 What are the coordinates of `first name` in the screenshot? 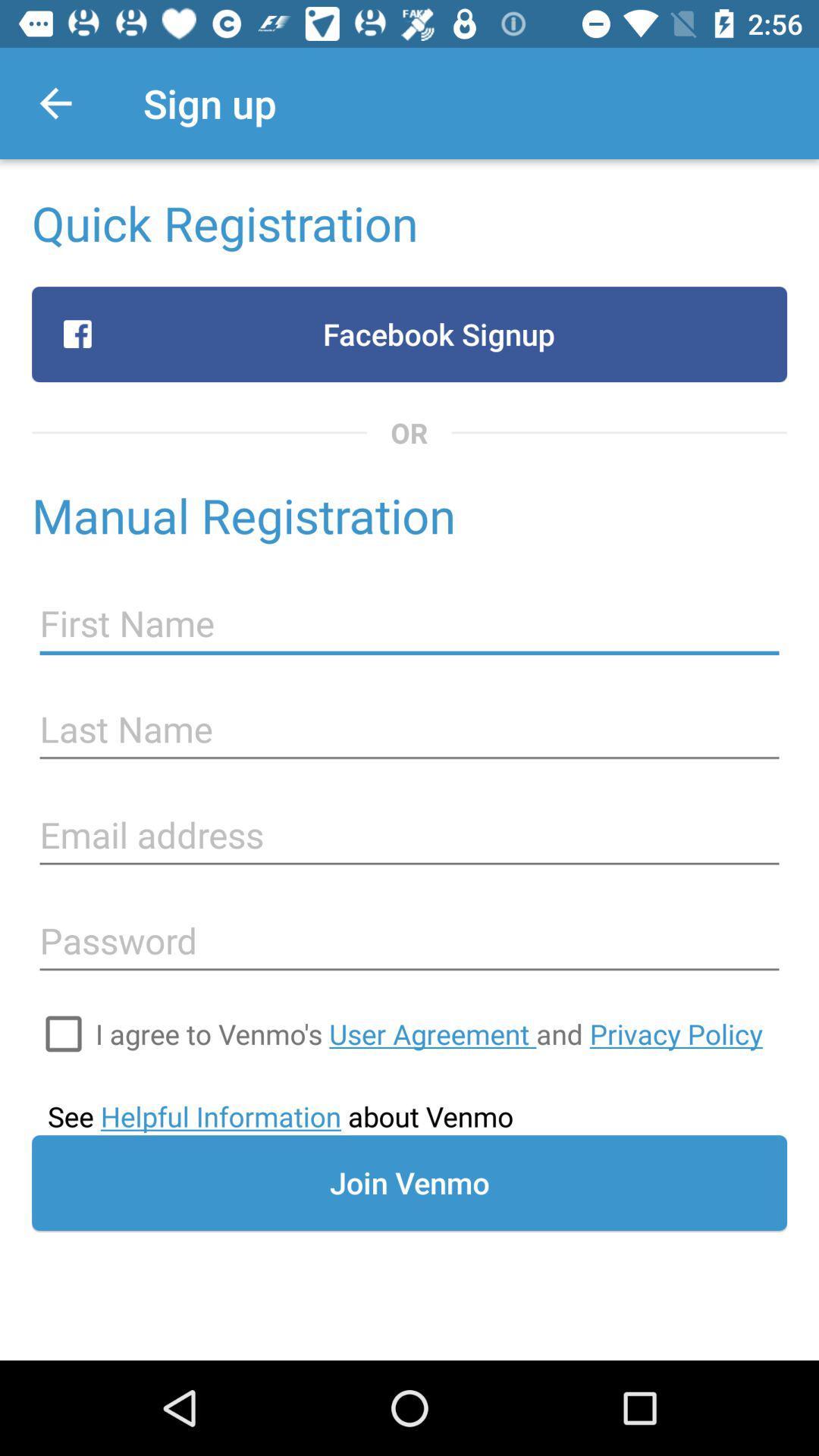 It's located at (409, 623).